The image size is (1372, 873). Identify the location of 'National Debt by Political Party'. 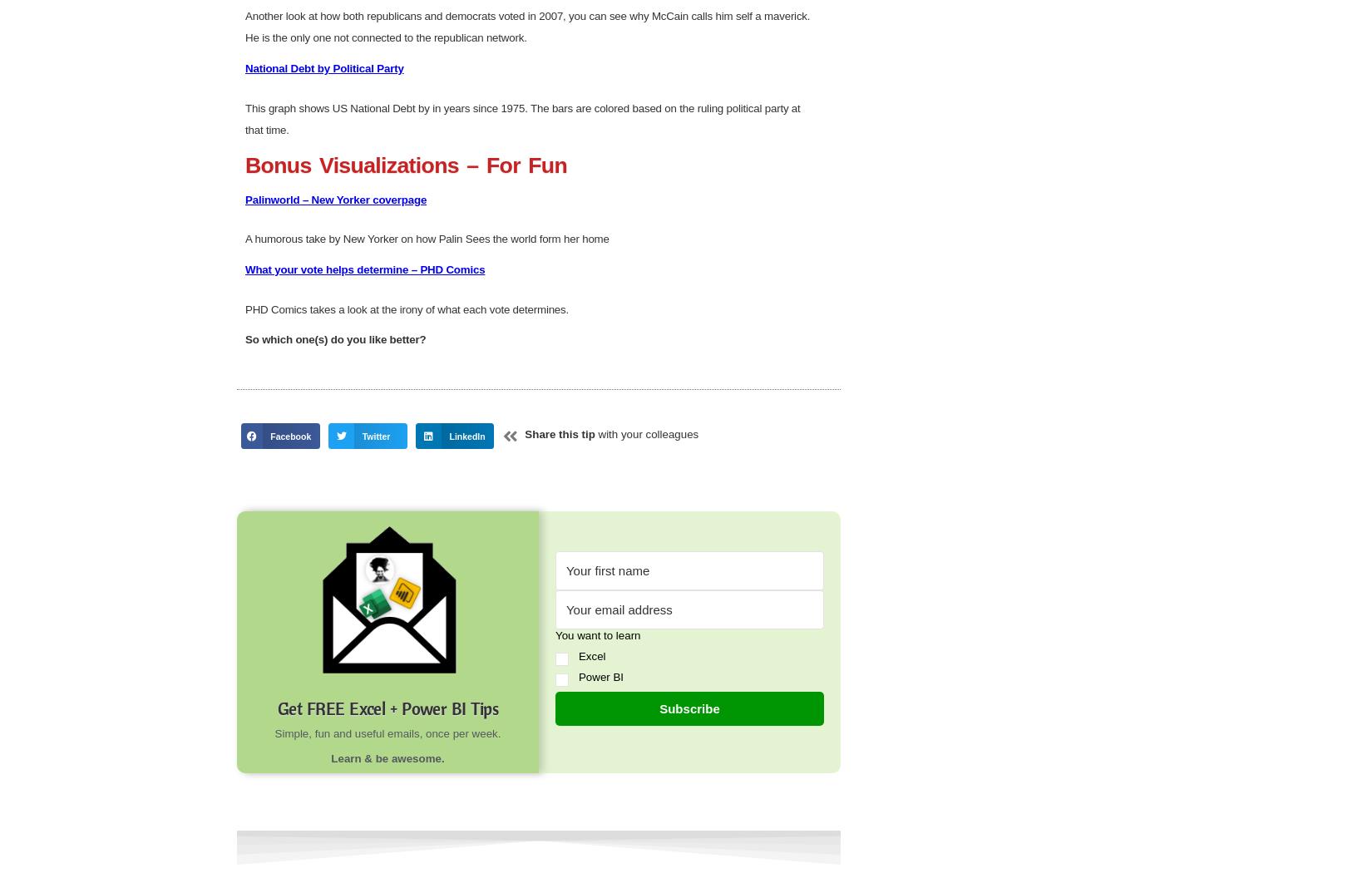
(324, 638).